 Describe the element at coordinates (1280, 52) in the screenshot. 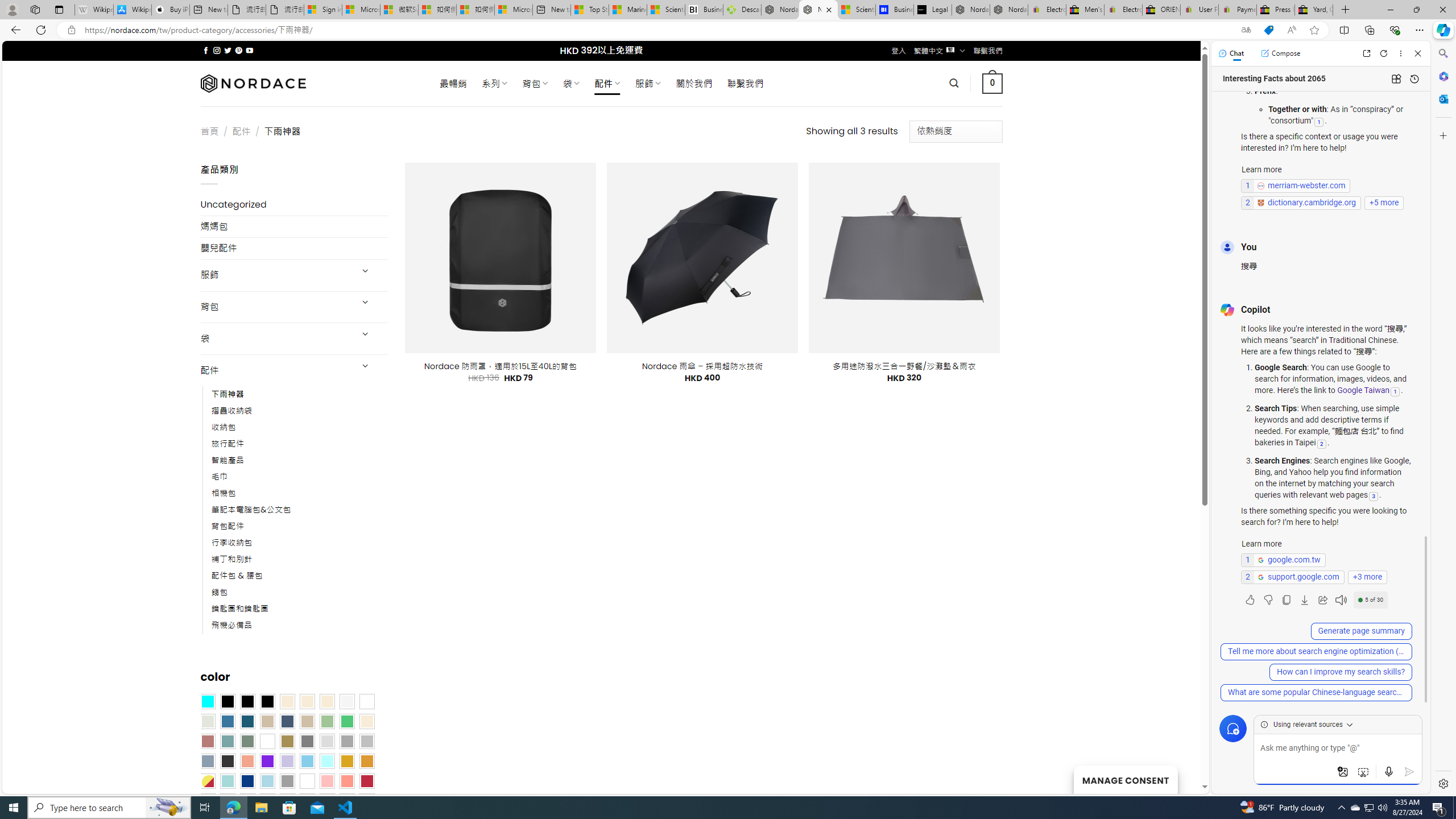

I see `'Compose'` at that location.